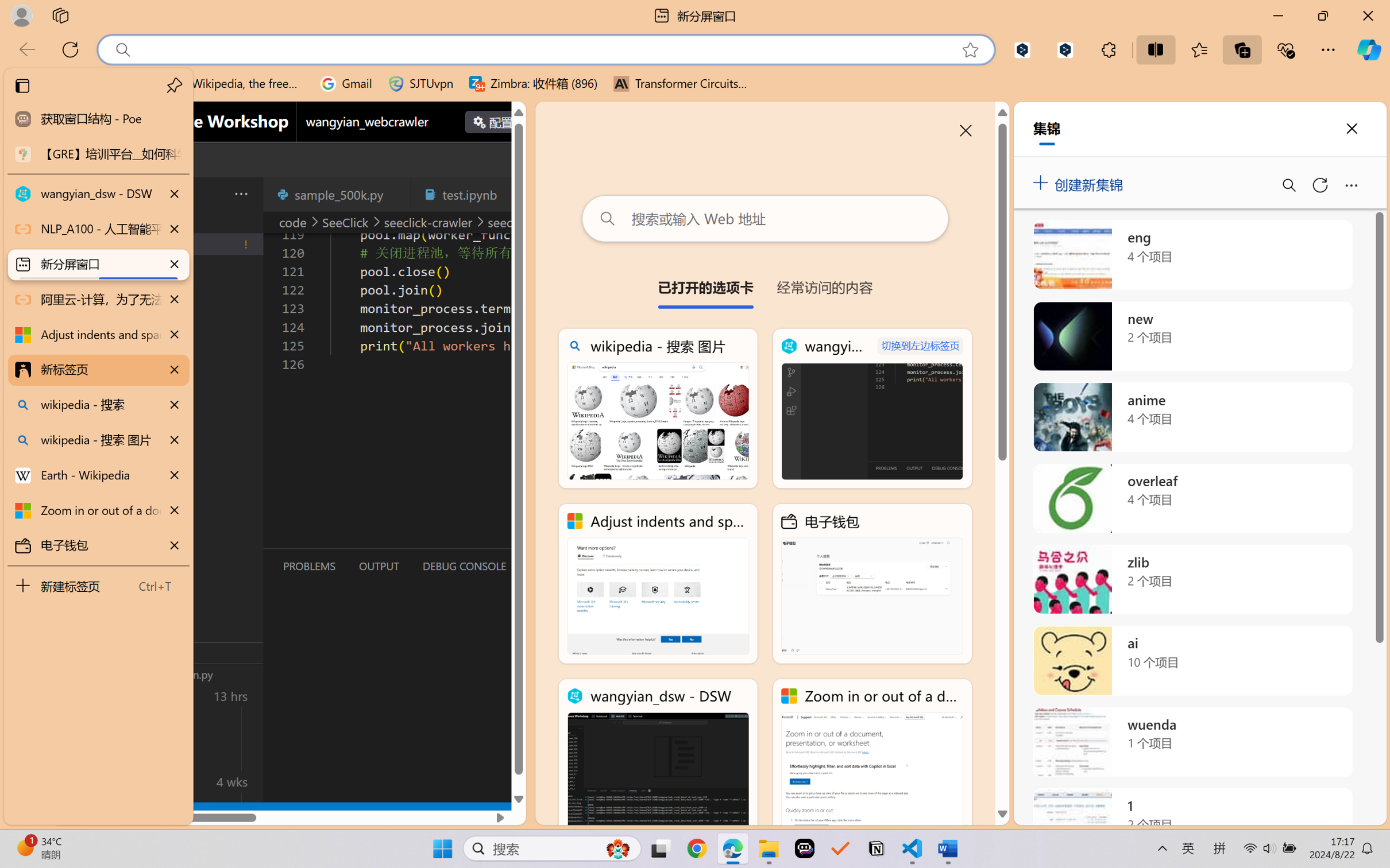  Describe the element at coordinates (97, 334) in the screenshot. I see `'Adjust indents and spacing - Microsoft Support'` at that location.